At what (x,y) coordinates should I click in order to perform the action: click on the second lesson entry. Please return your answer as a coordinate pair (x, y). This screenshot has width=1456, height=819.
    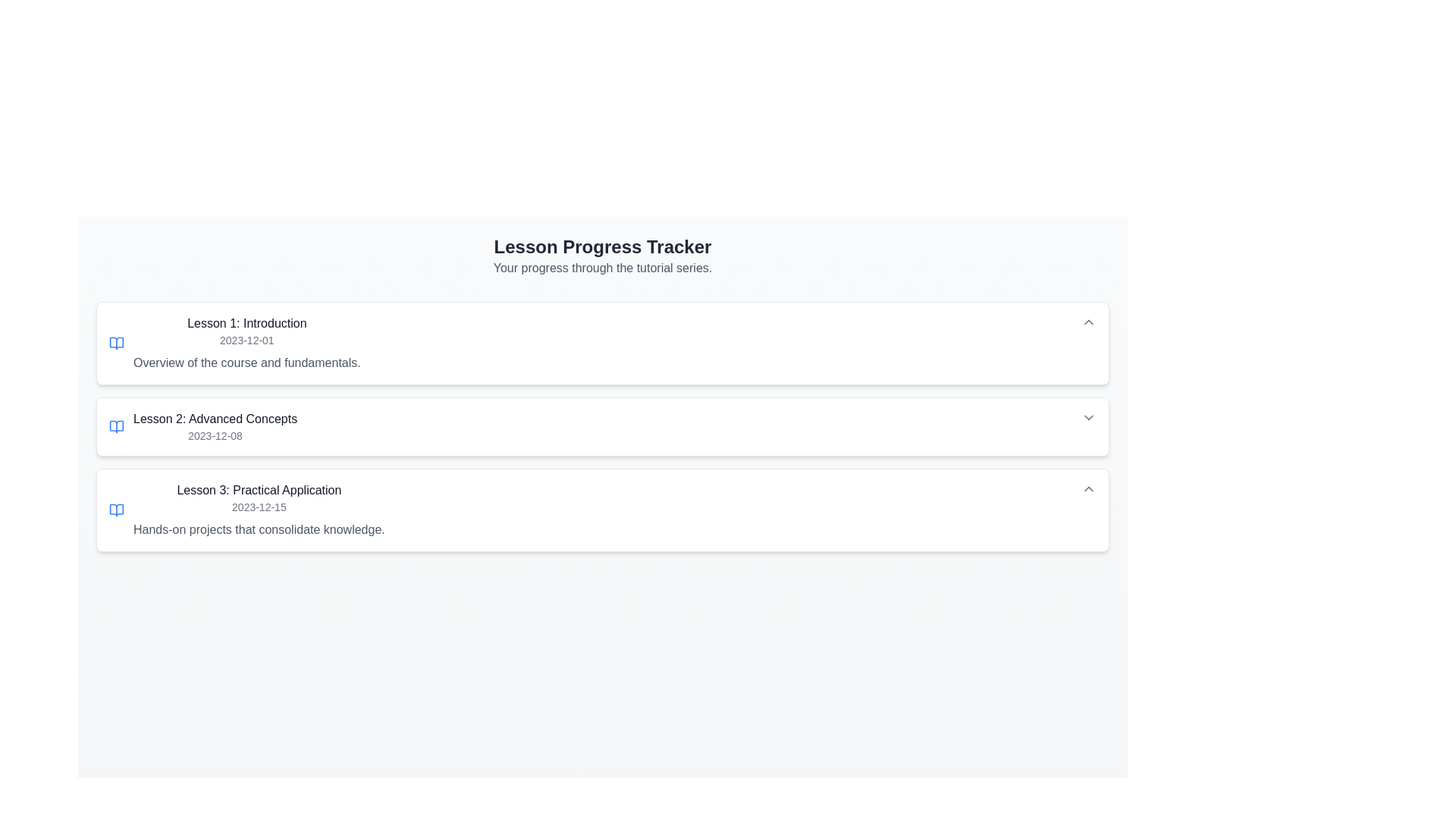
    Looking at the image, I should click on (202, 427).